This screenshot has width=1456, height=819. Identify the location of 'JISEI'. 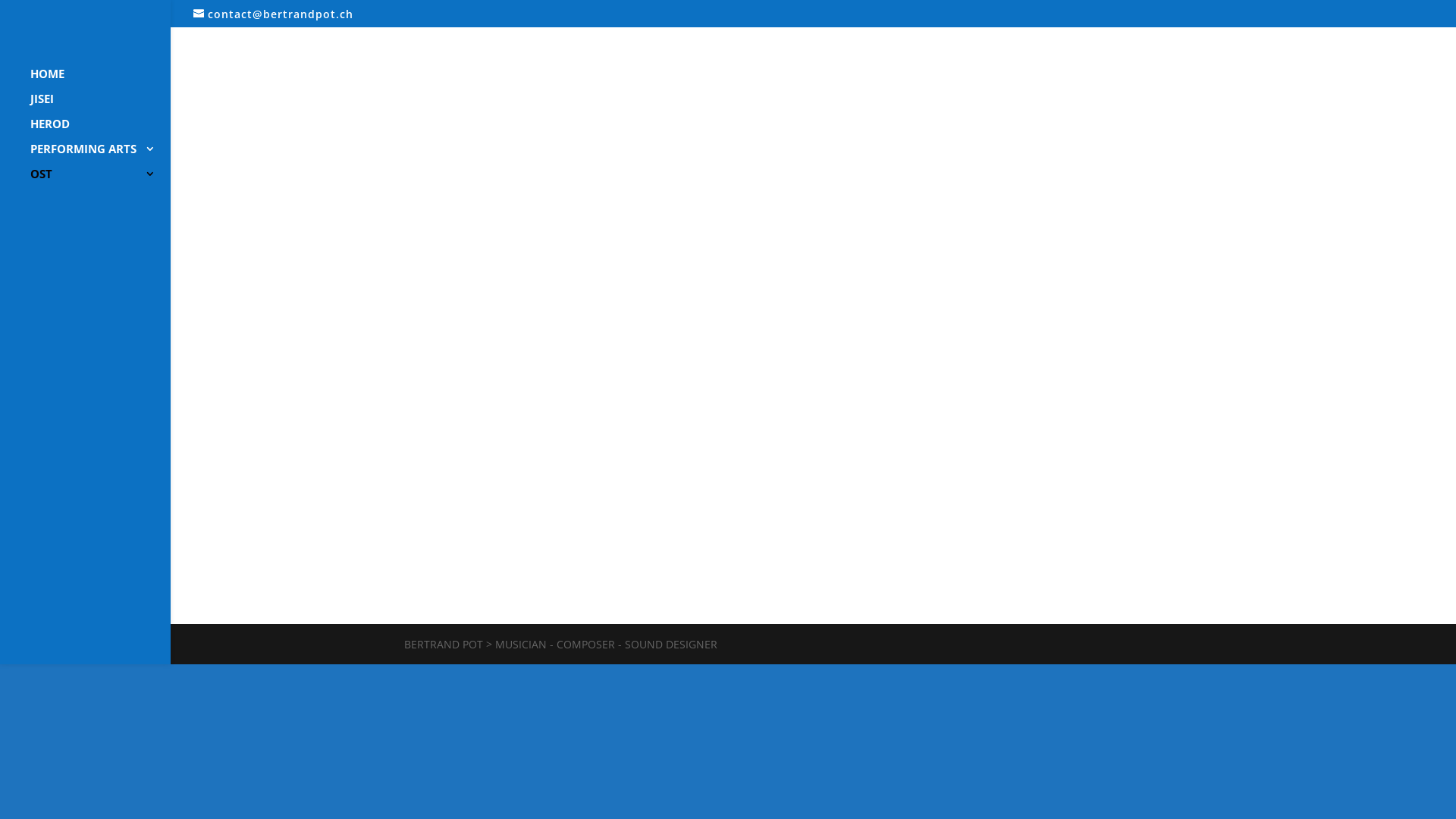
(30, 105).